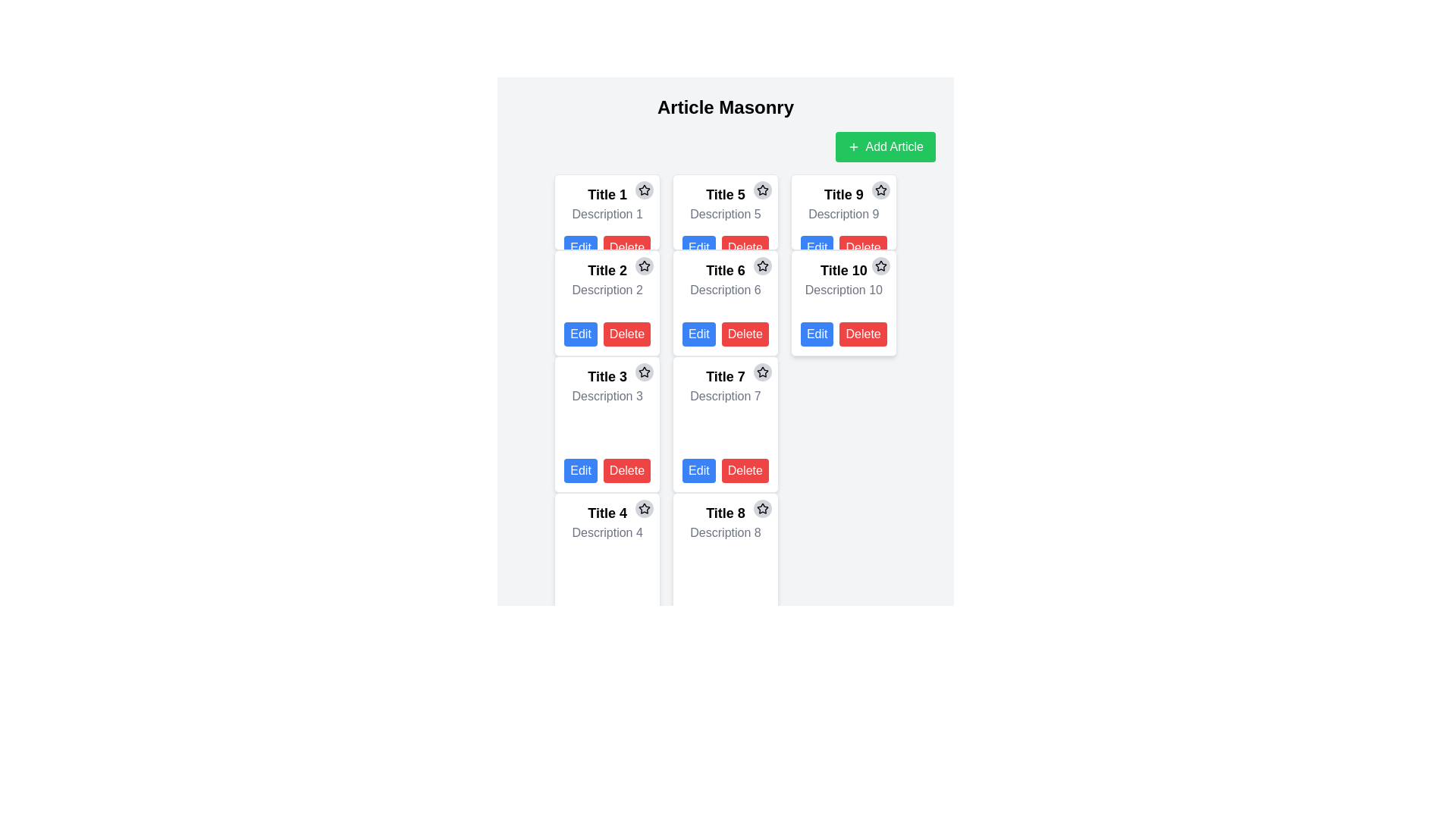 The height and width of the screenshot is (819, 1456). I want to click on the star icon located in the top-right corner of the card titled 'Title 4', which is in the second column at the bottom of the grid of cards, so click(645, 509).